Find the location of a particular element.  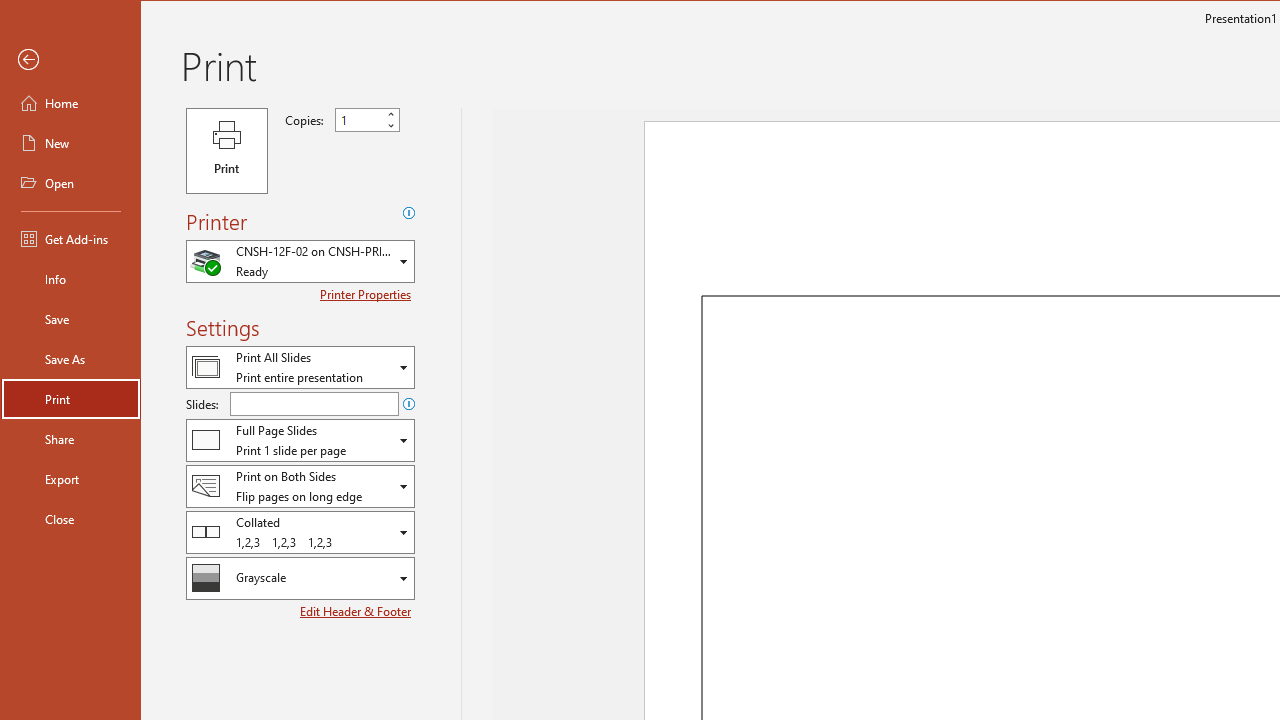

'New' is located at coordinates (71, 141).